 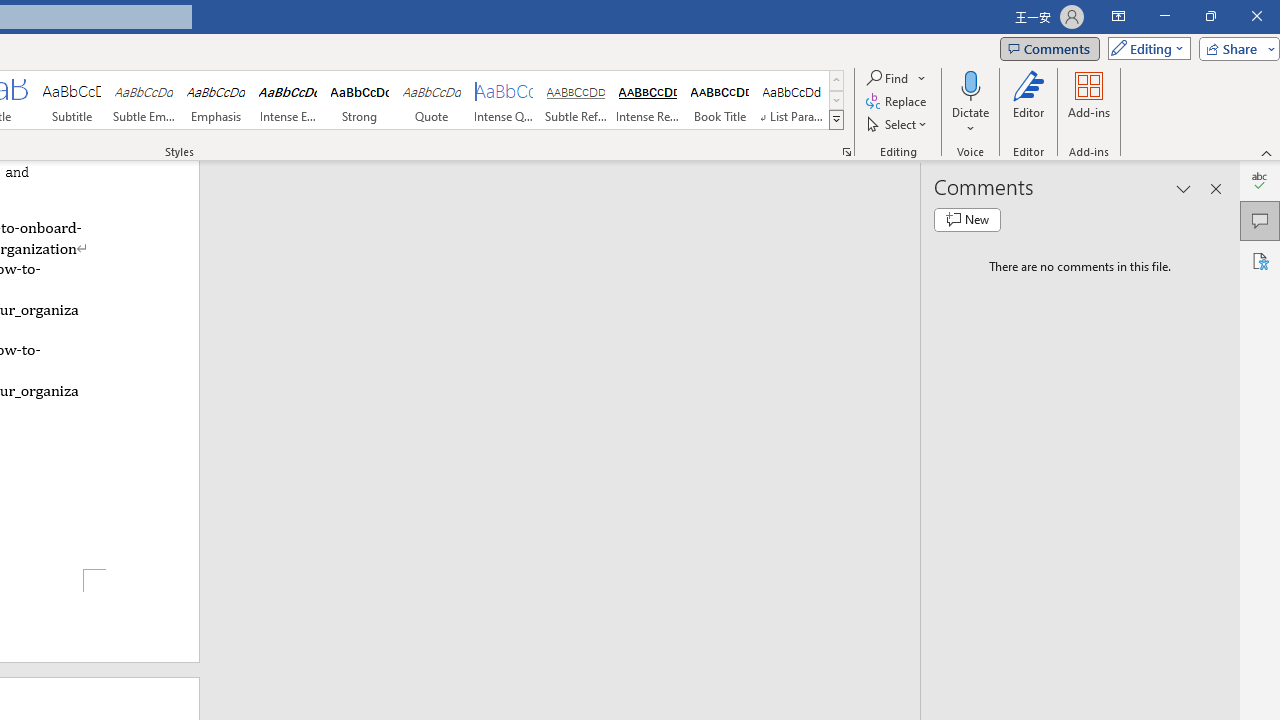 I want to click on 'Subtitle', so click(x=71, y=100).